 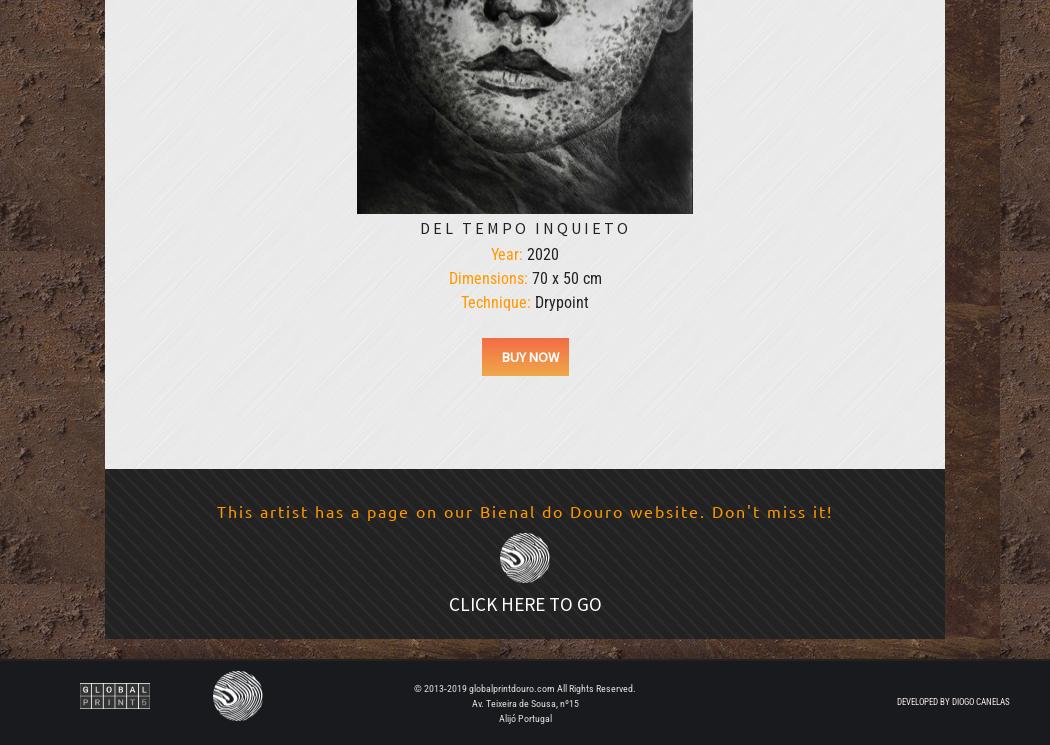 What do you see at coordinates (487, 277) in the screenshot?
I see `'Dimensions:'` at bounding box center [487, 277].